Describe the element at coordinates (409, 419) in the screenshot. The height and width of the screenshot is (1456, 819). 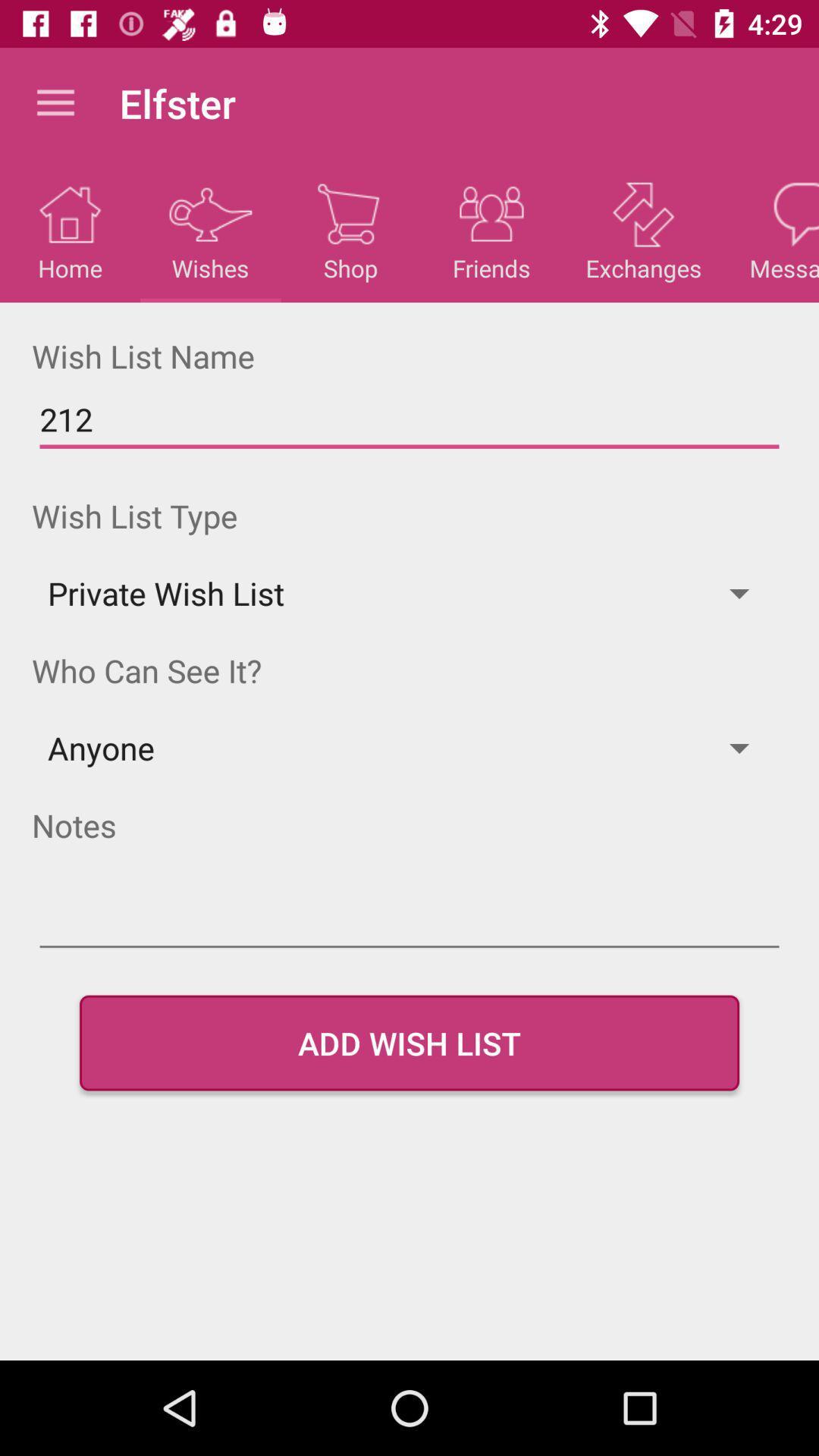
I see `212` at that location.